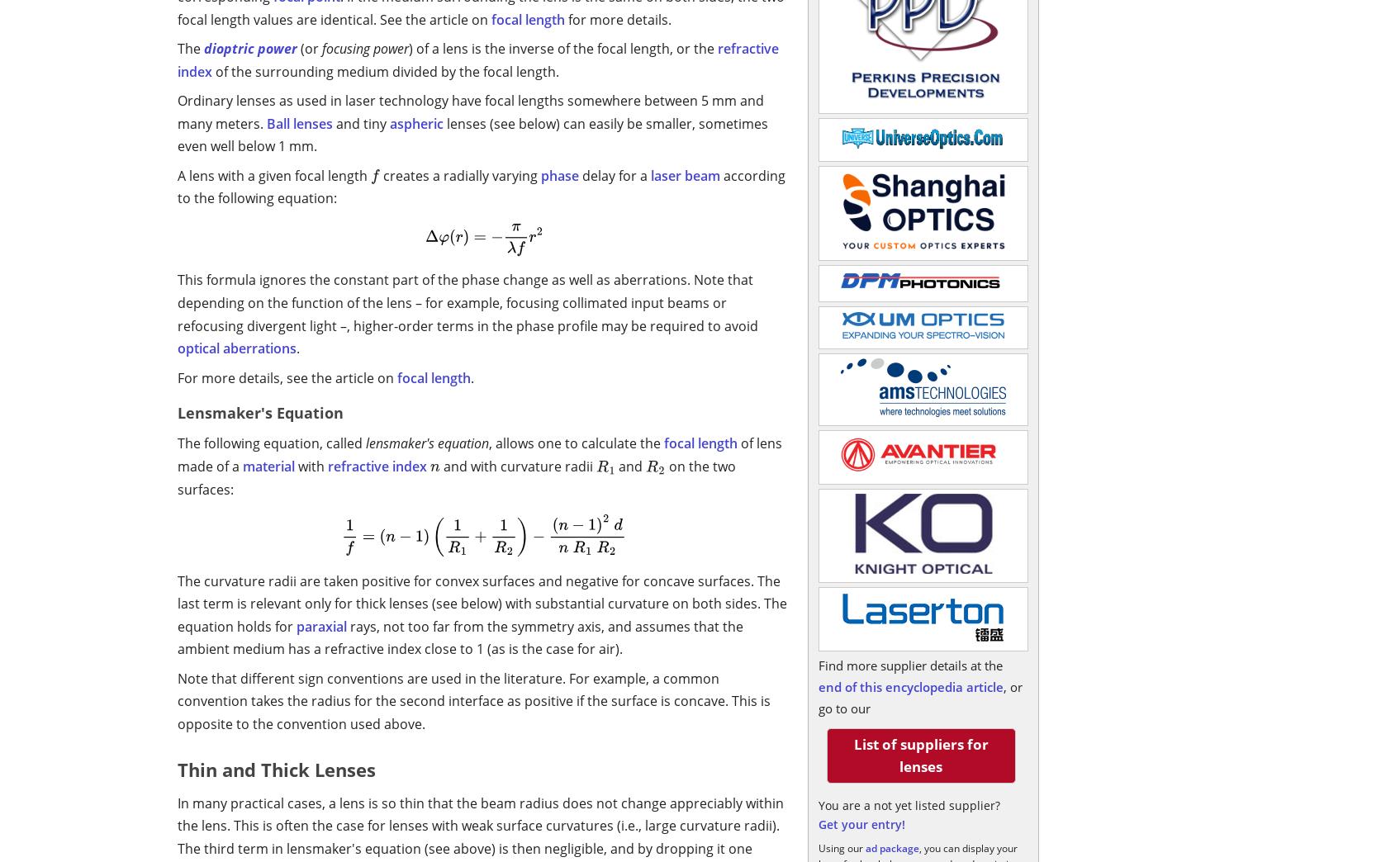 The width and height of the screenshot is (1400, 862). I want to click on 'end of this encyclopedia article', so click(817, 686).